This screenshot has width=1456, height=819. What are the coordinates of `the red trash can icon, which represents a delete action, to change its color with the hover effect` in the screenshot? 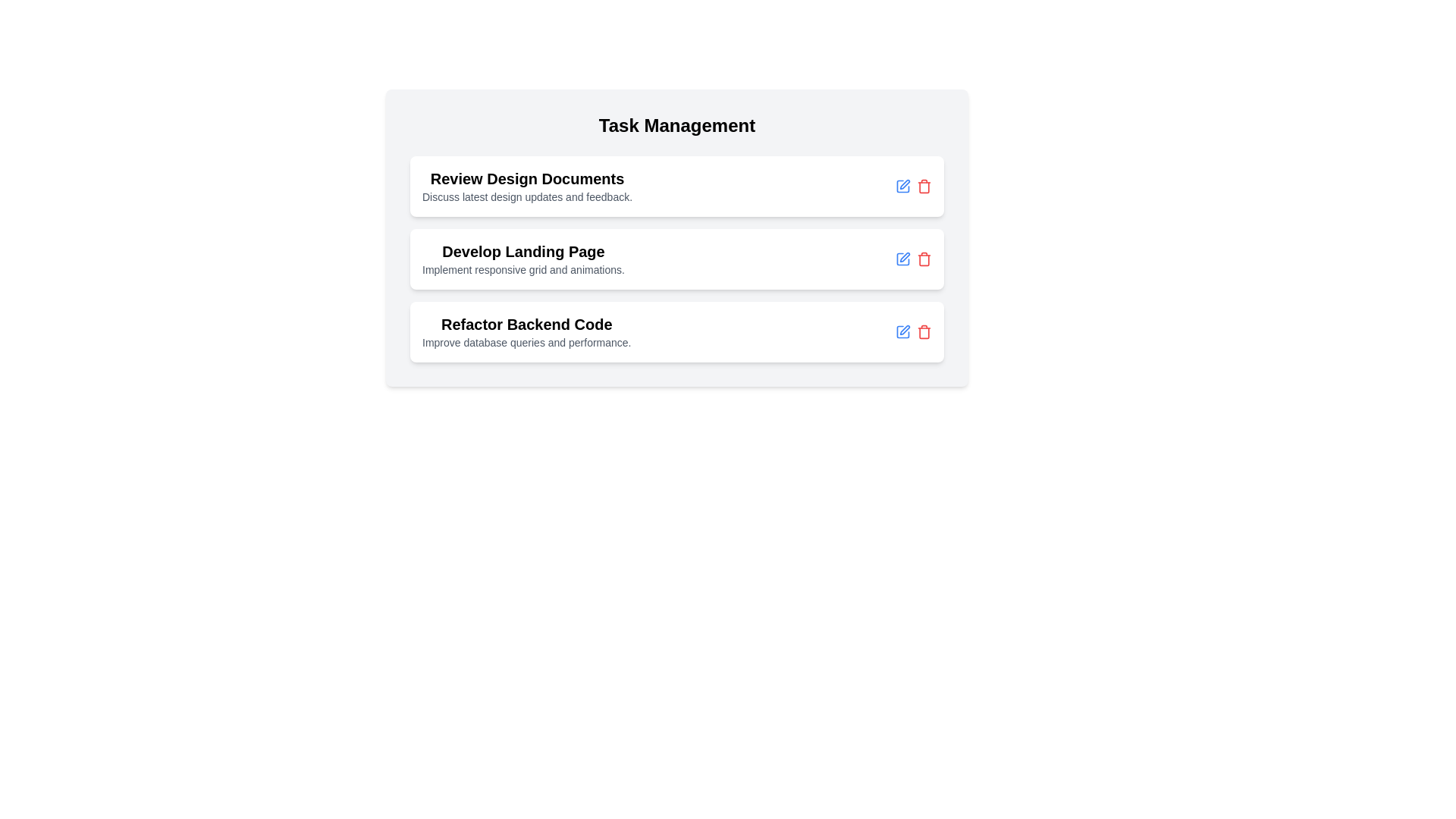 It's located at (924, 259).